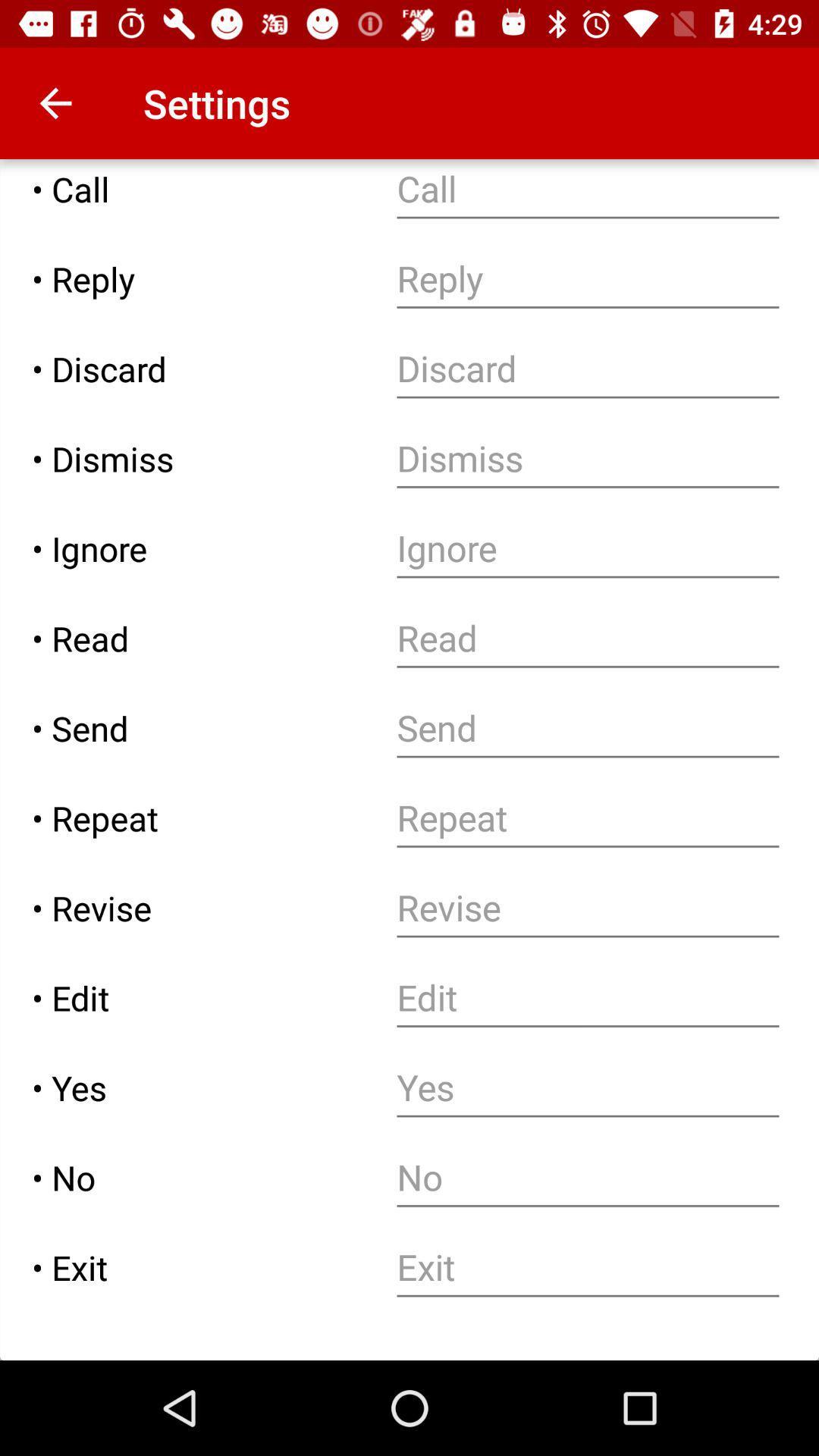 The image size is (819, 1456). What do you see at coordinates (587, 279) in the screenshot?
I see `setup reply` at bounding box center [587, 279].